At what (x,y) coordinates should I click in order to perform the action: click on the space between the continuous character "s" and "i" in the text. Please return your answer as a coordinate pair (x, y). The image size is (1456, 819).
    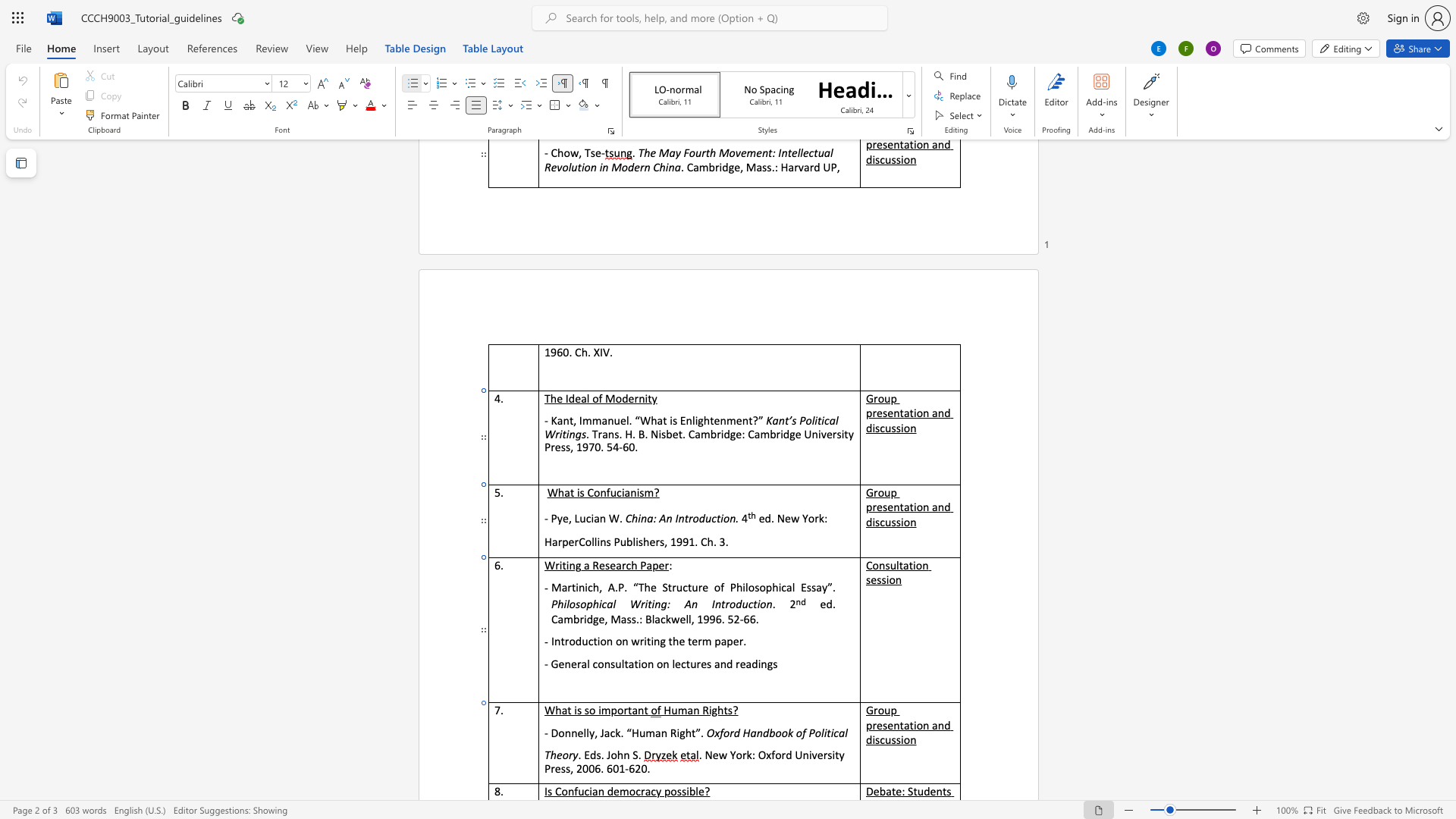
    Looking at the image, I should click on (886, 579).